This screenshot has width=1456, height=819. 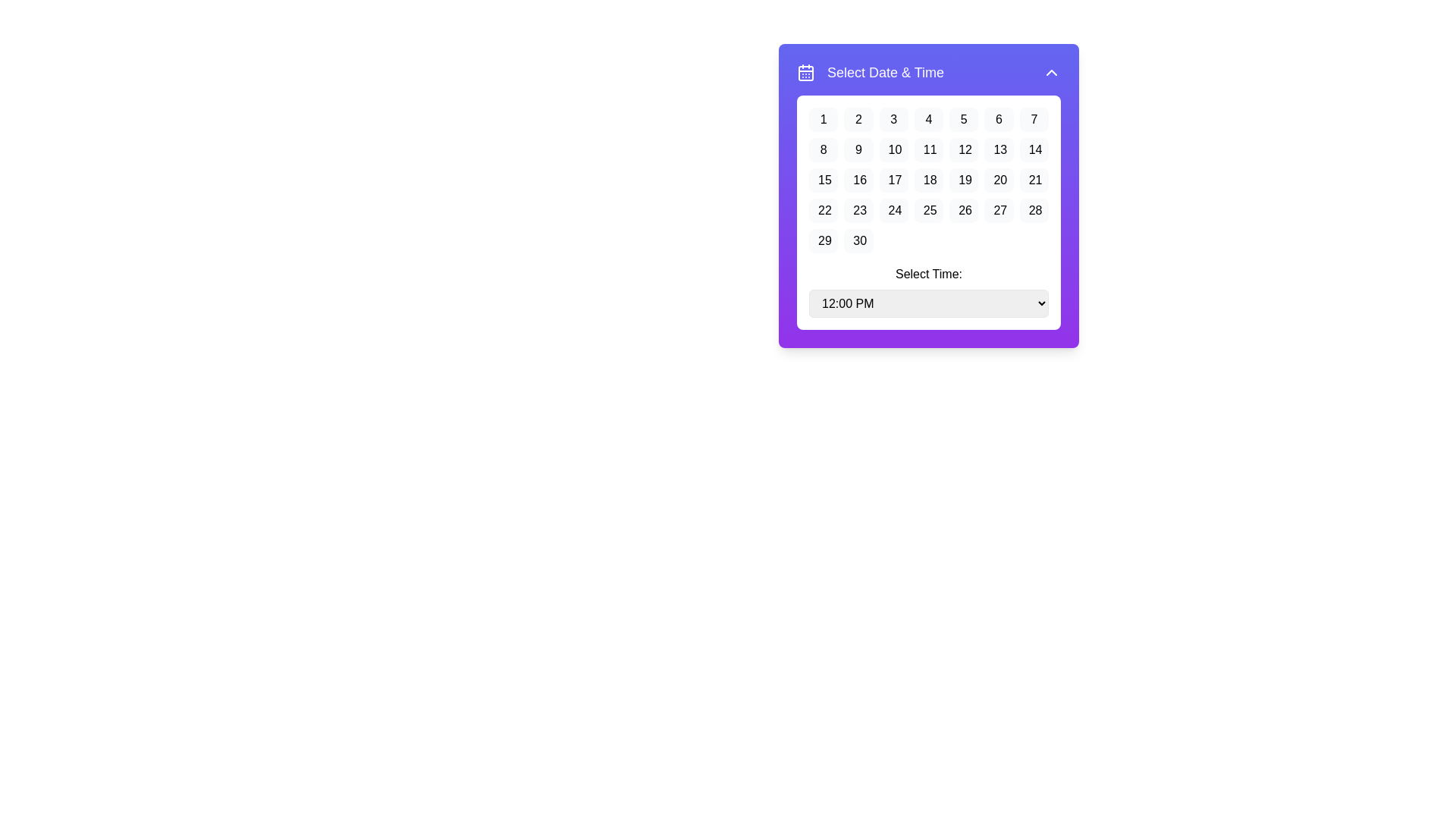 I want to click on the small rectangular button with rounded corners displaying the number '6', located, so click(x=999, y=119).